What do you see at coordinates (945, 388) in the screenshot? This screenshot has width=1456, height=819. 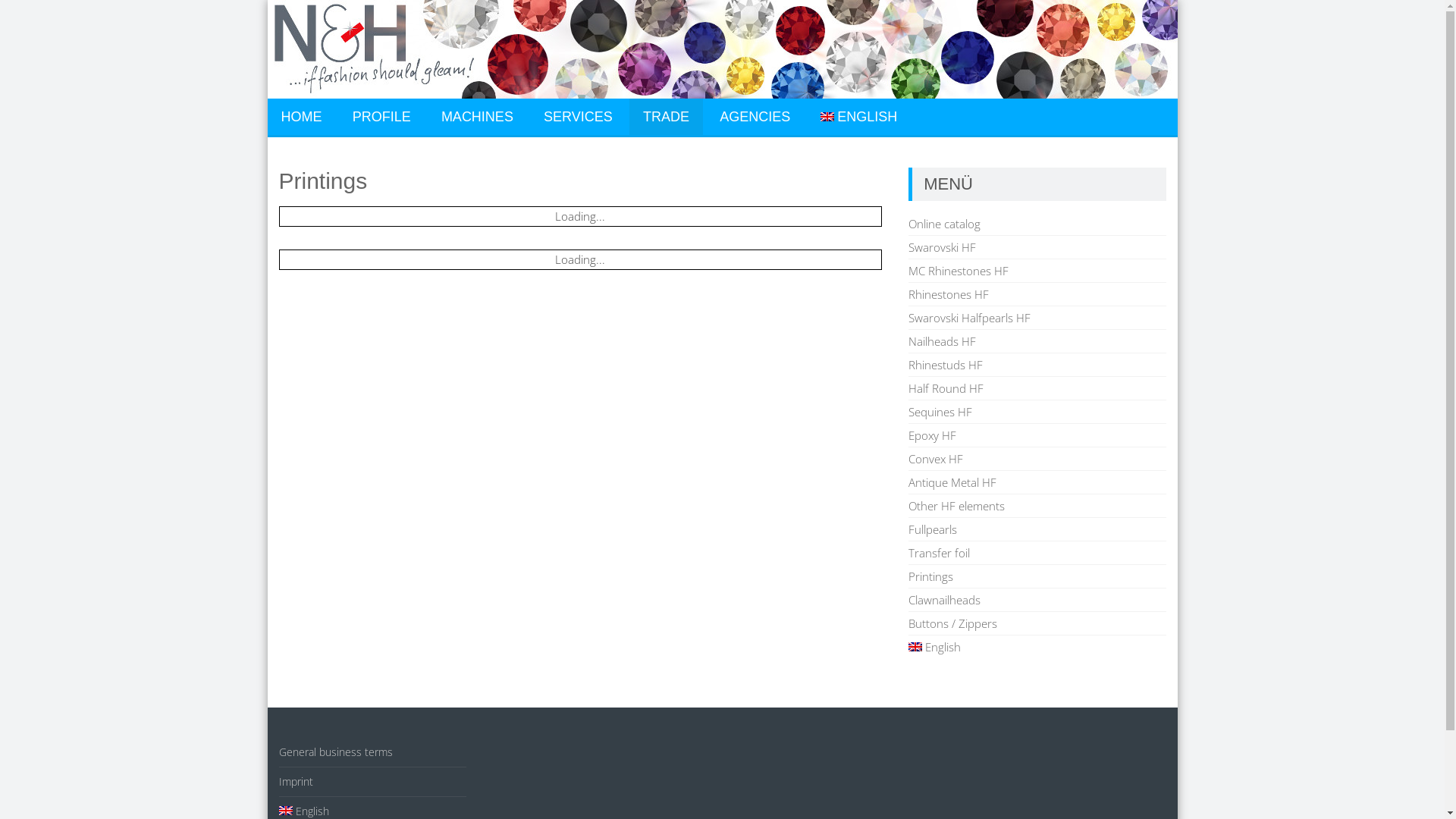 I see `'Half Round HF'` at bounding box center [945, 388].